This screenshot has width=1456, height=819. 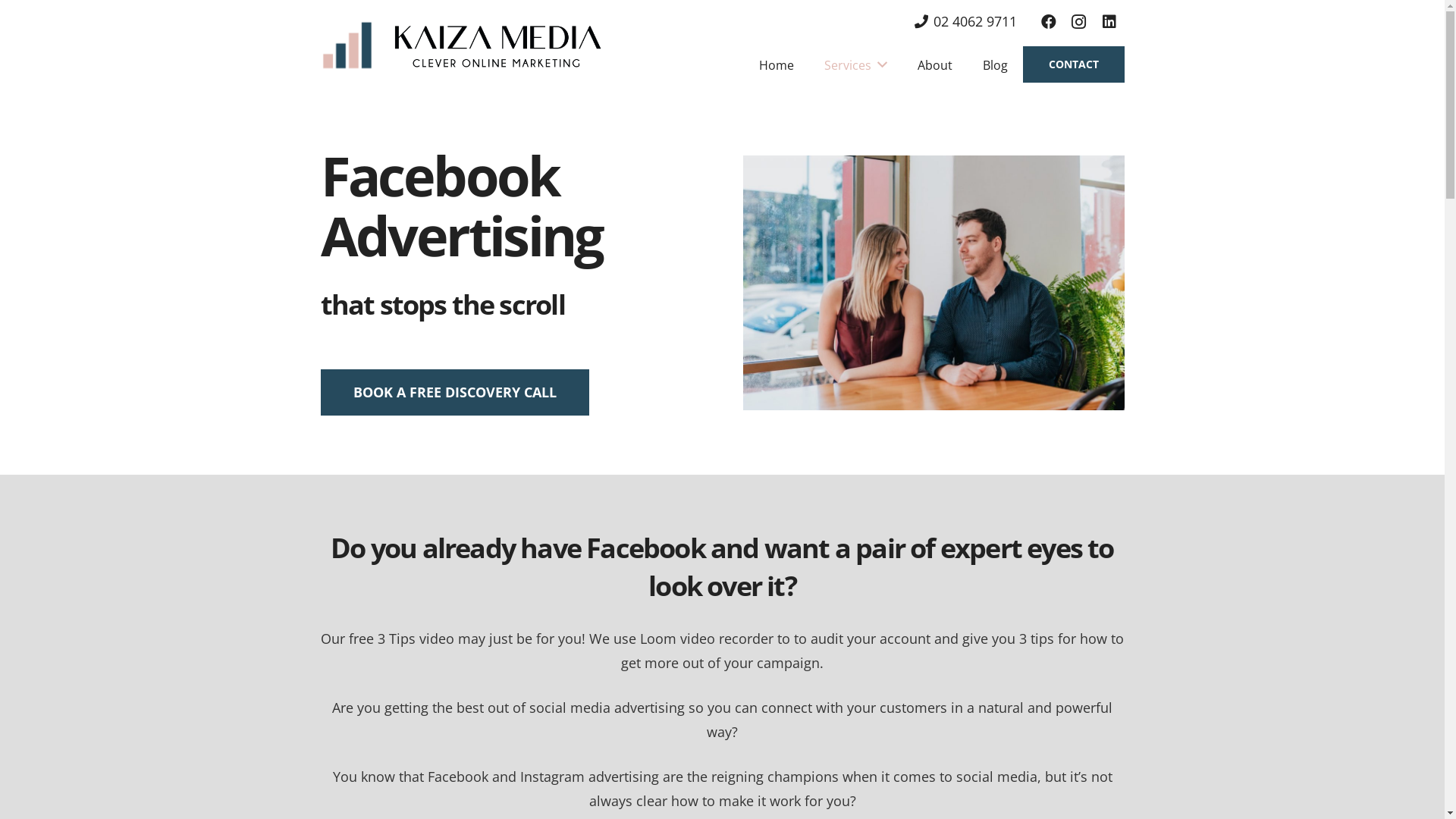 What do you see at coordinates (776, 64) in the screenshot?
I see `'Home'` at bounding box center [776, 64].